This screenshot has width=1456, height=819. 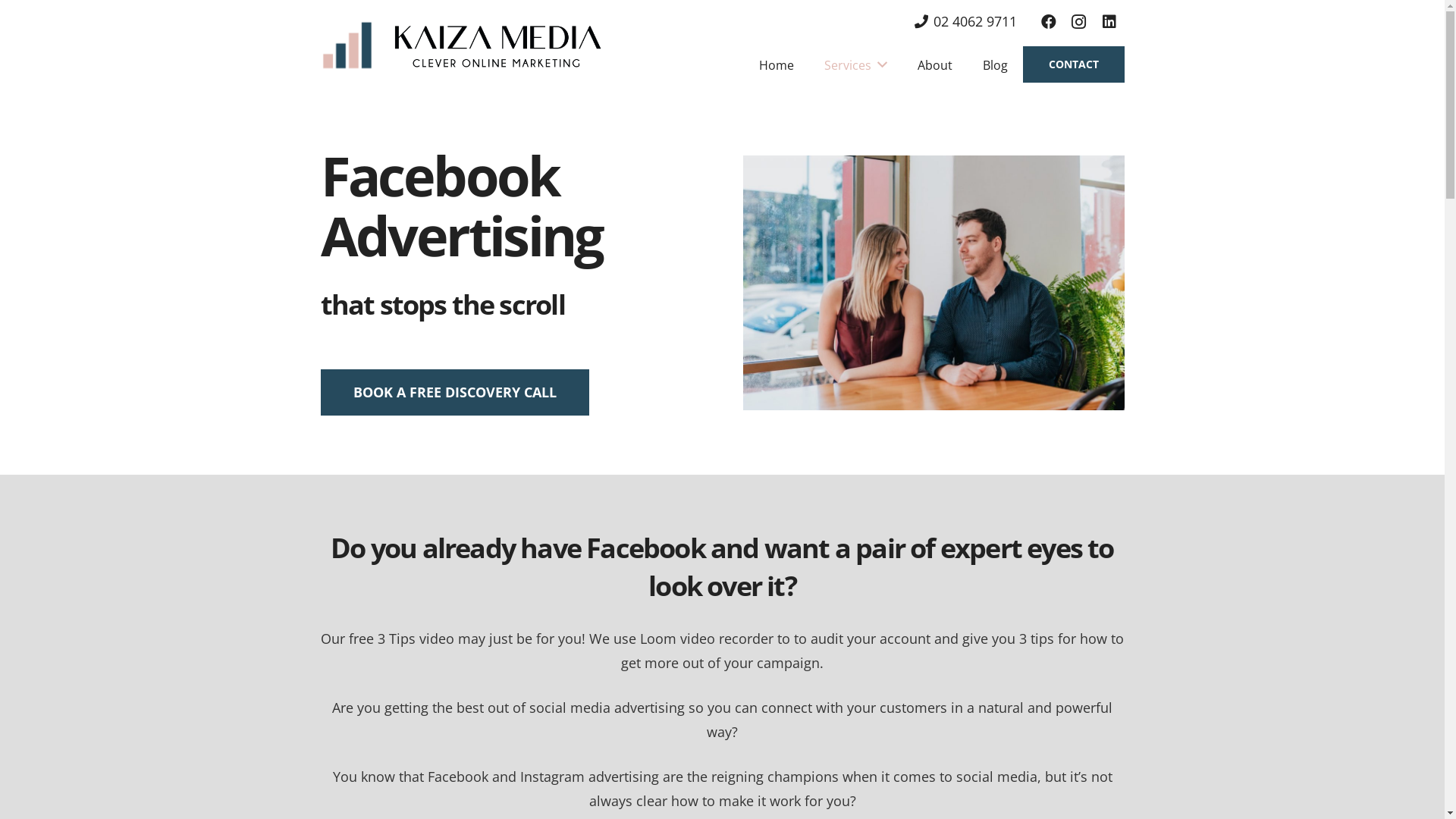 What do you see at coordinates (776, 64) in the screenshot?
I see `'Home'` at bounding box center [776, 64].